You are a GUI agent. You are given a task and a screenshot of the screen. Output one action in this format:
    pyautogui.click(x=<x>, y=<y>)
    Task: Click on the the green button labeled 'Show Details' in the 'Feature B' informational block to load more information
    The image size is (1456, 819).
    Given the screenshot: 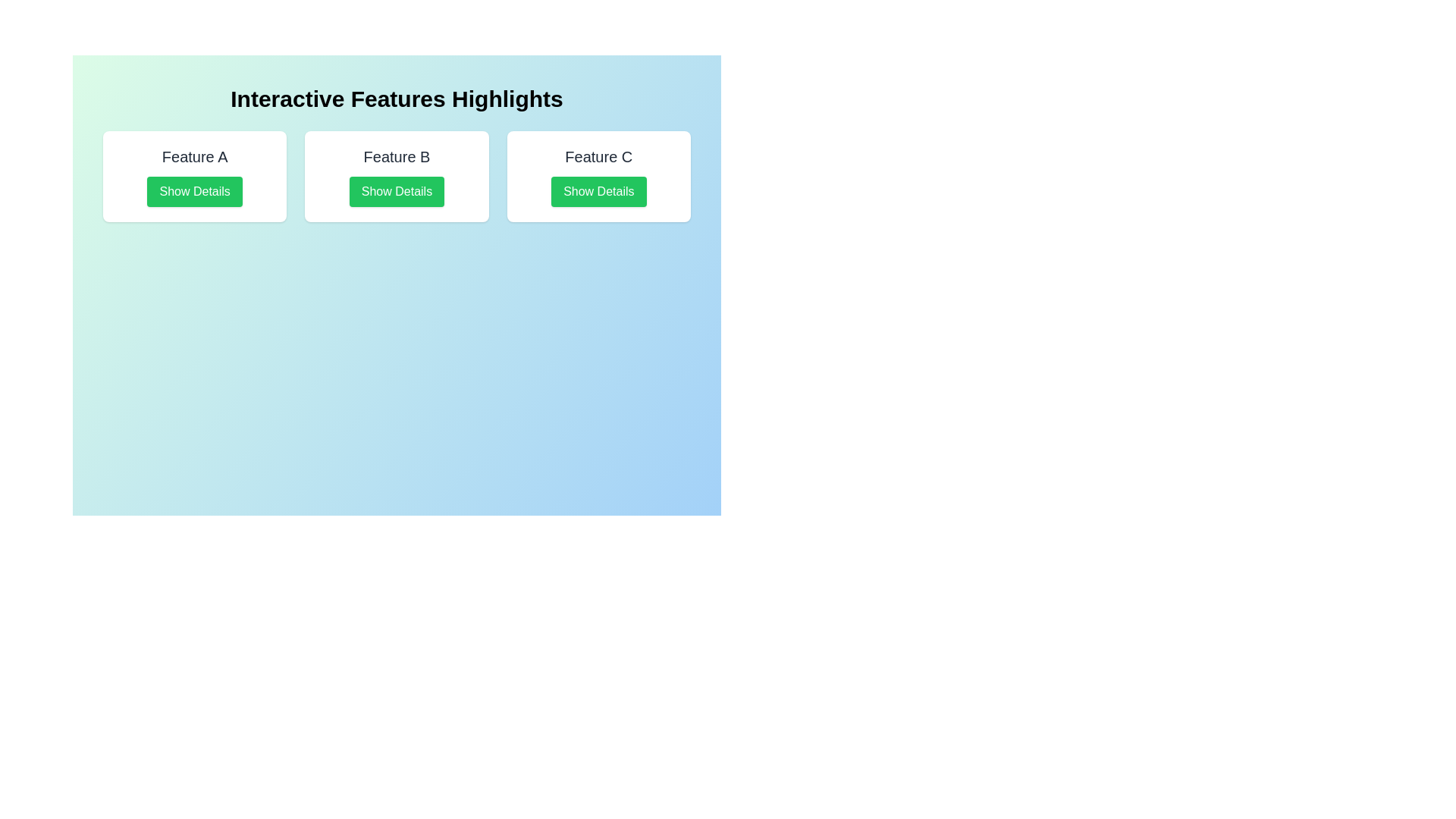 What is the action you would take?
    pyautogui.click(x=397, y=175)
    